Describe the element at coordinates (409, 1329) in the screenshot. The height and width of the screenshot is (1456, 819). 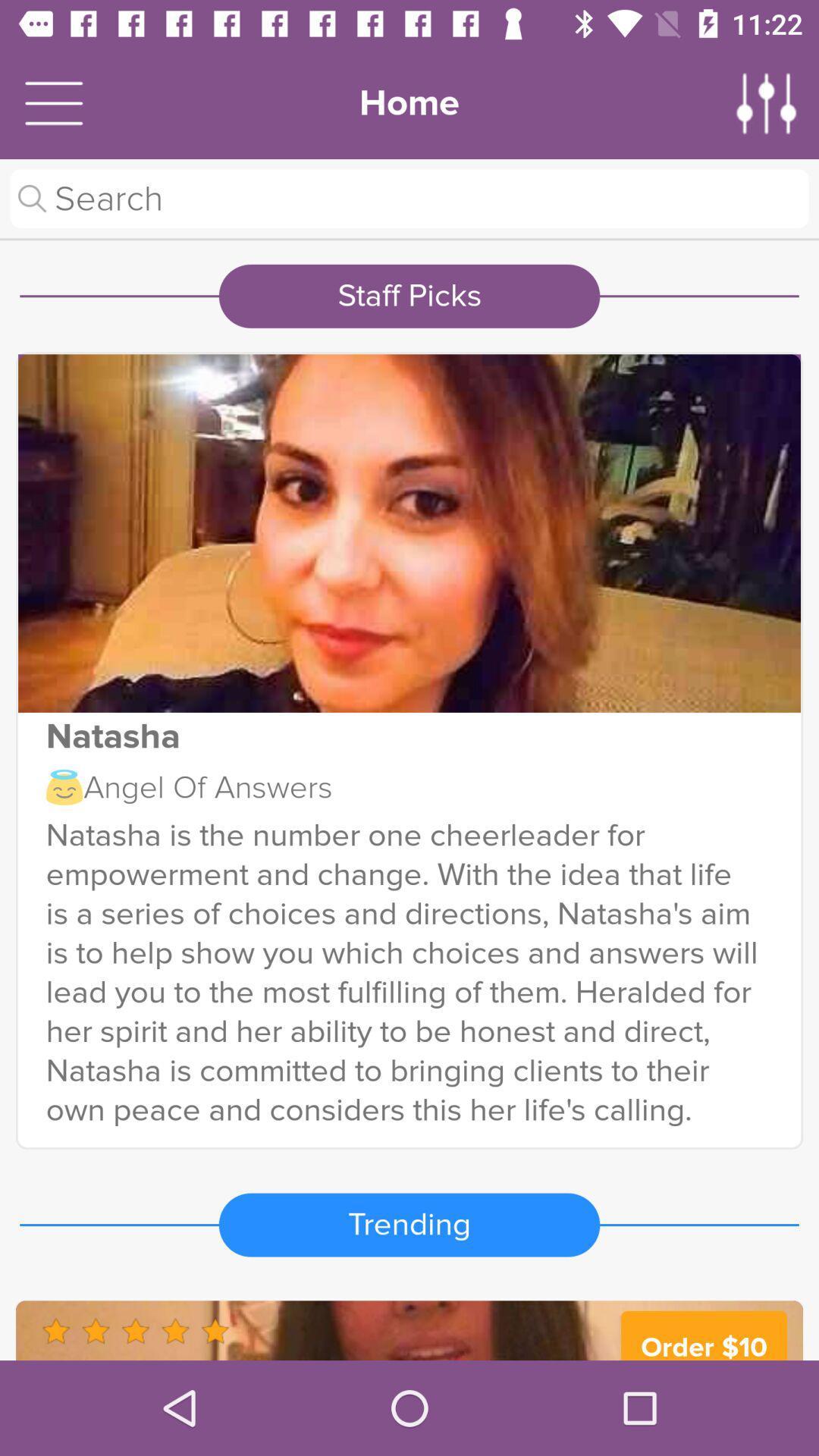
I see `advertiser` at that location.